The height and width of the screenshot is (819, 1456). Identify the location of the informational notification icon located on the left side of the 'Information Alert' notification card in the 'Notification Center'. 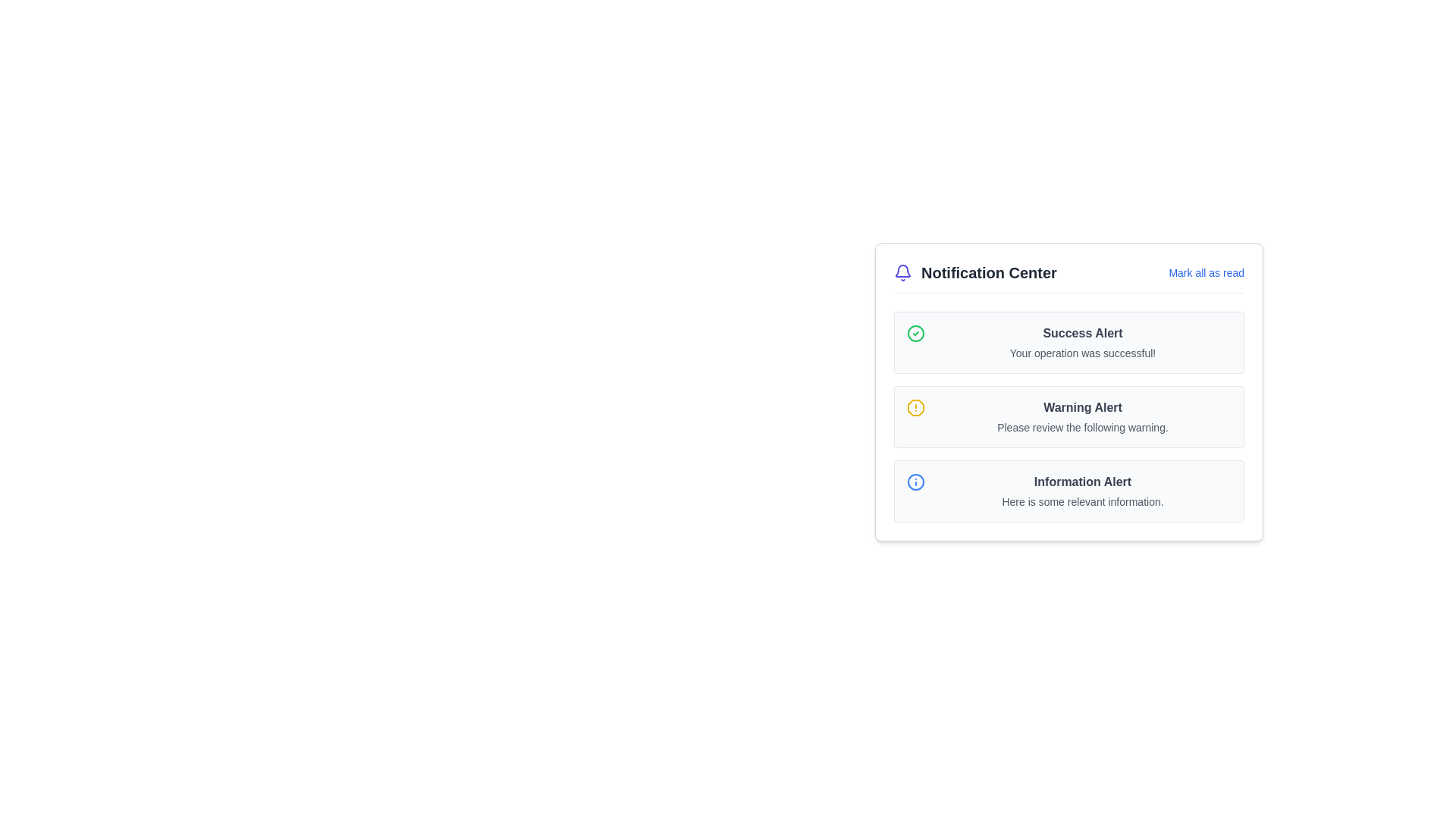
(915, 482).